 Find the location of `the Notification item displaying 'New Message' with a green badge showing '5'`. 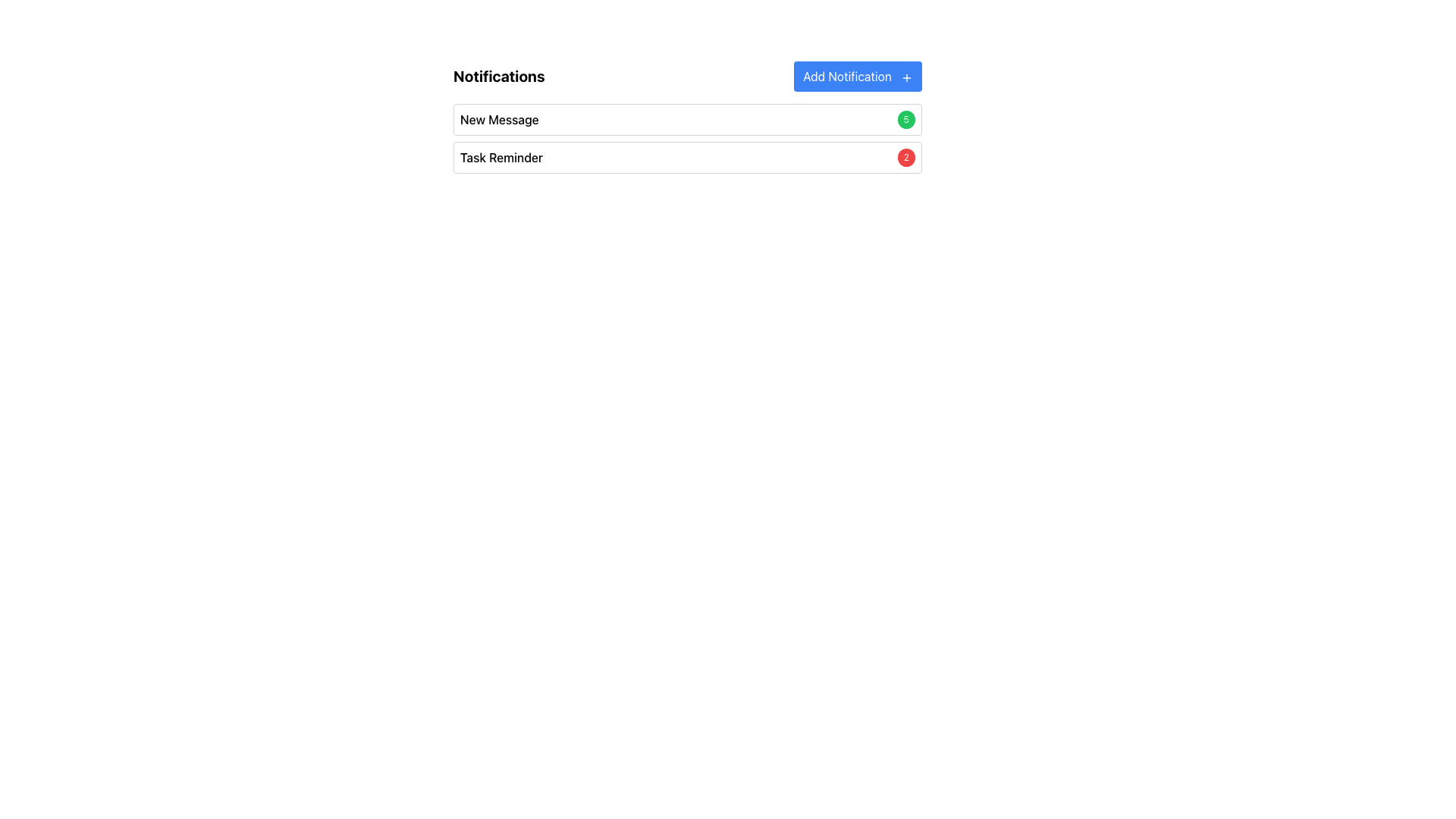

the Notification item displaying 'New Message' with a green badge showing '5' is located at coordinates (687, 119).